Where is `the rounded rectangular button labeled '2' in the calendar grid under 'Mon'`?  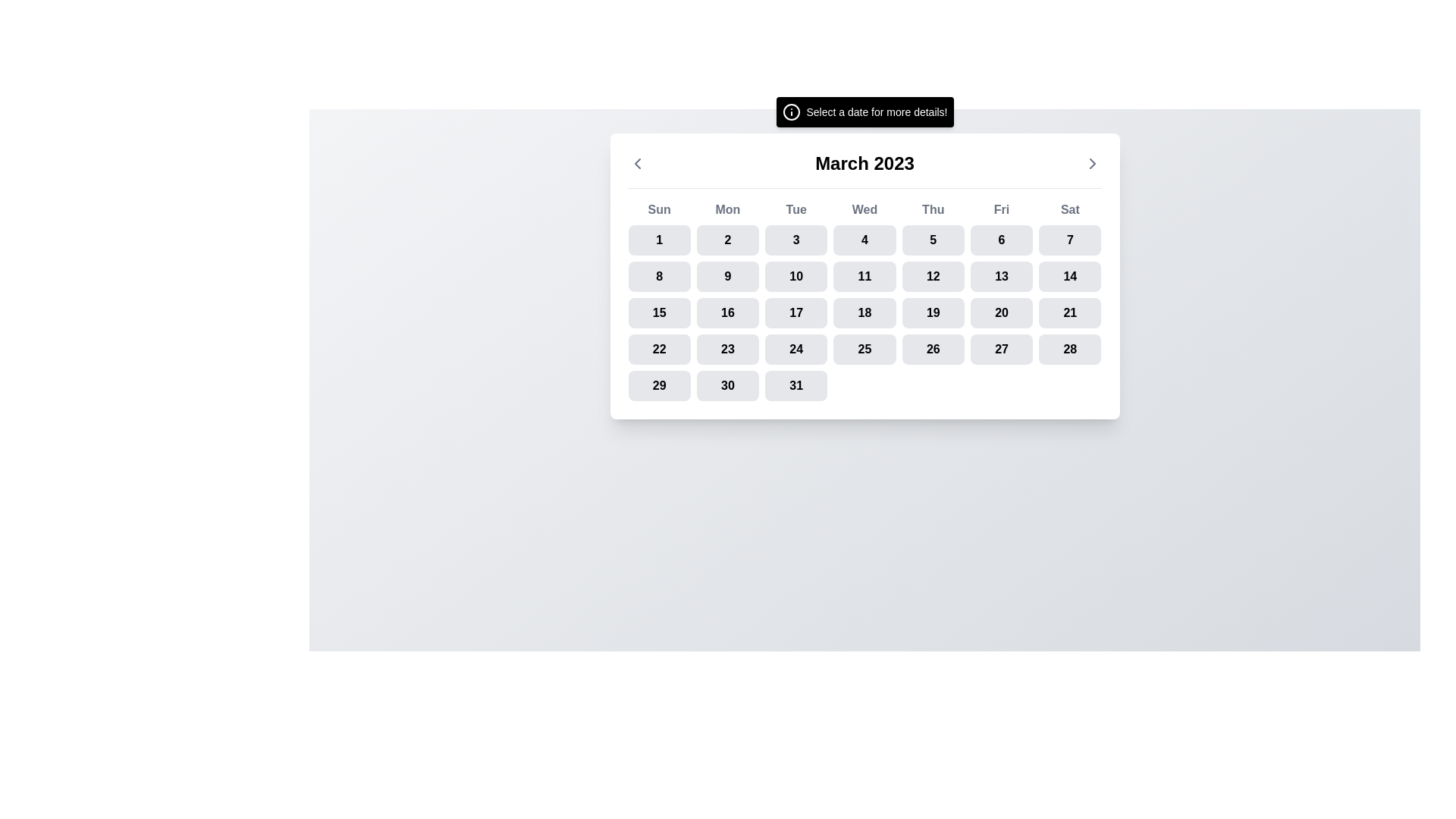
the rounded rectangular button labeled '2' in the calendar grid under 'Mon' is located at coordinates (728, 239).